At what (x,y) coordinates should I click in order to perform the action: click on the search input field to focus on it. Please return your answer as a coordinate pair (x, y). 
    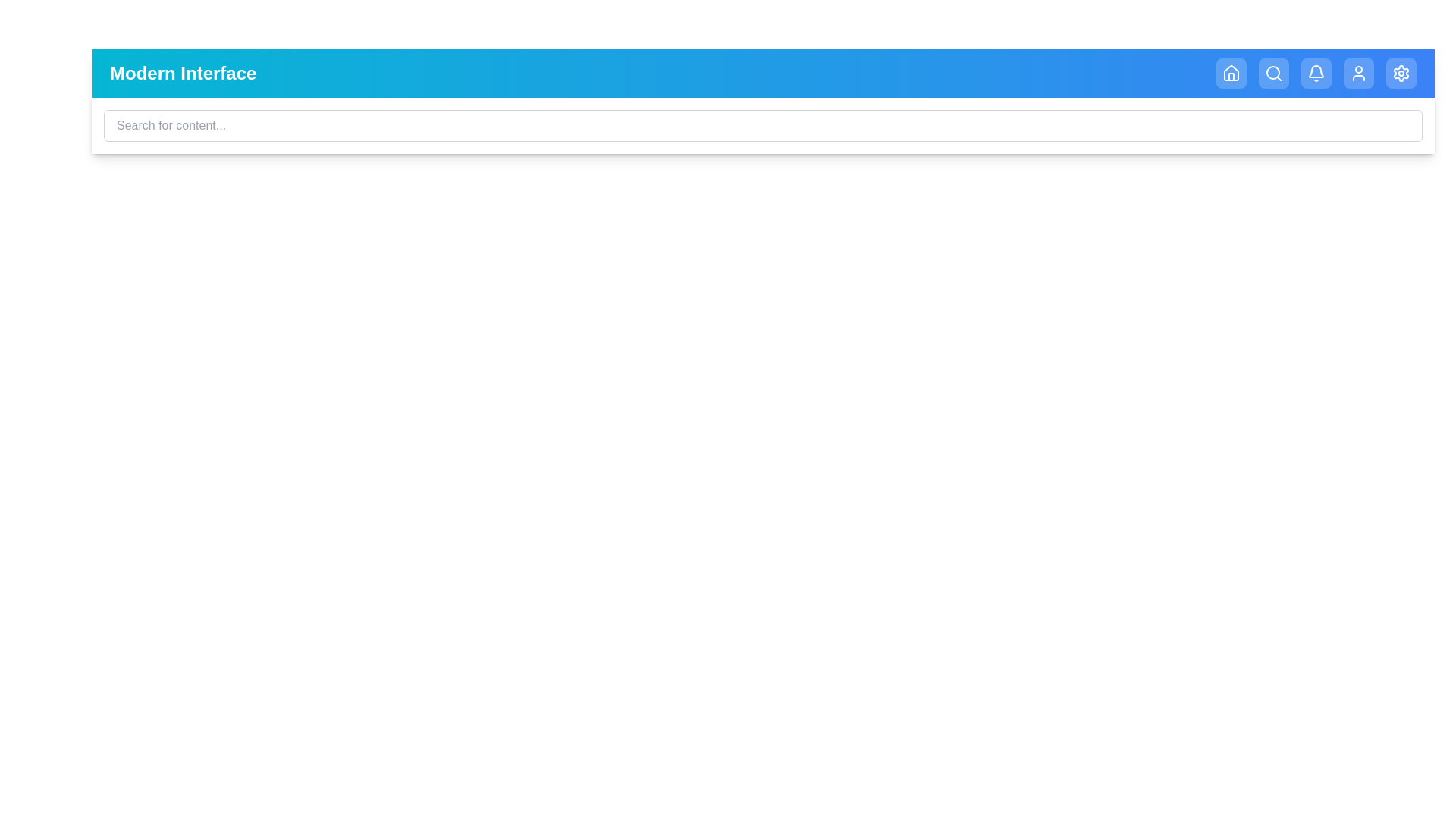
    Looking at the image, I should click on (763, 124).